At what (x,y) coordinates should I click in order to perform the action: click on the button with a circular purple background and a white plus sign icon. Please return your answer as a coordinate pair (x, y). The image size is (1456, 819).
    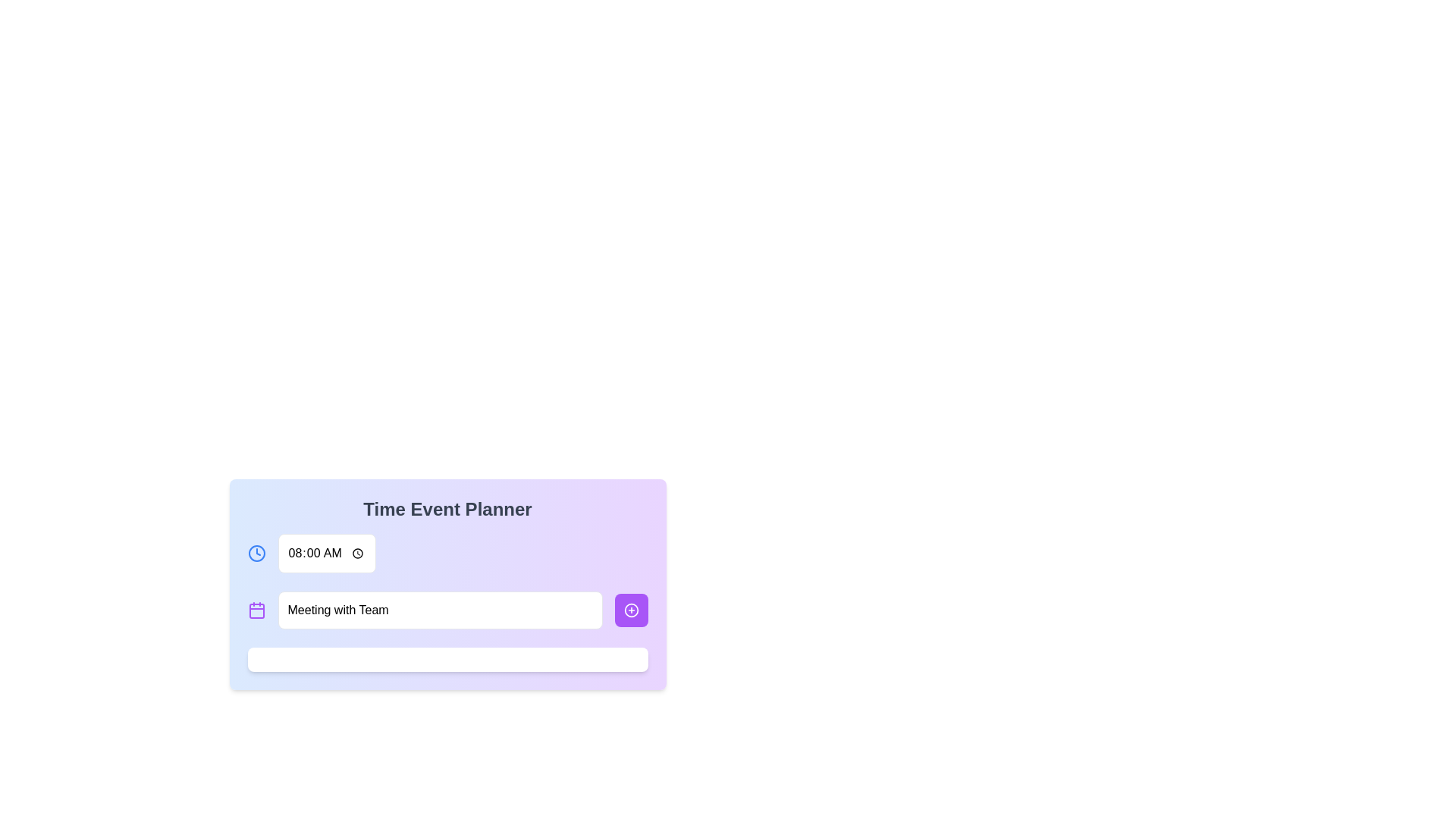
    Looking at the image, I should click on (631, 610).